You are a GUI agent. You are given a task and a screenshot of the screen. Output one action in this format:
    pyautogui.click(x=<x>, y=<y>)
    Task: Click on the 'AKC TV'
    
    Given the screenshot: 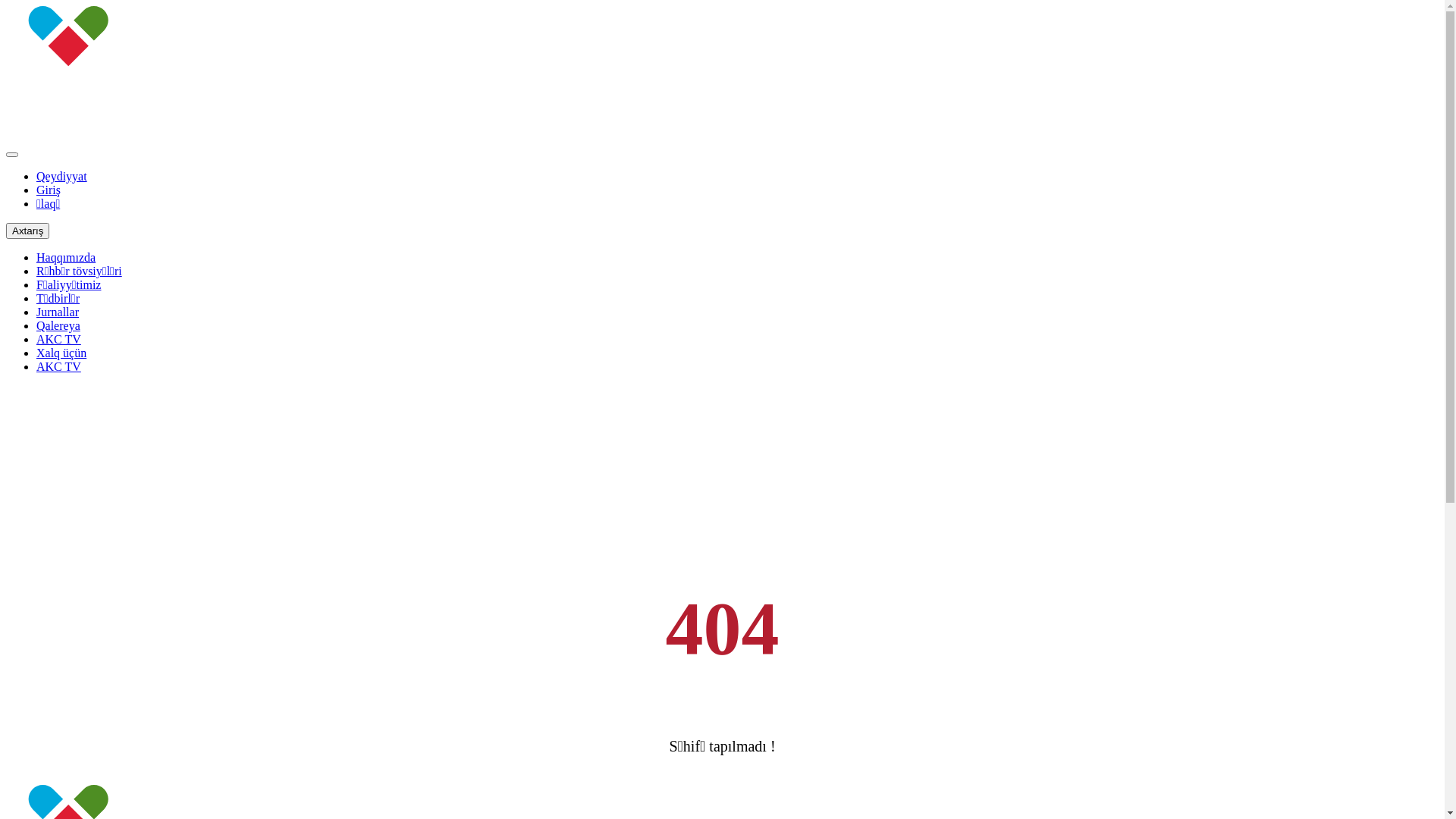 What is the action you would take?
    pyautogui.click(x=58, y=366)
    